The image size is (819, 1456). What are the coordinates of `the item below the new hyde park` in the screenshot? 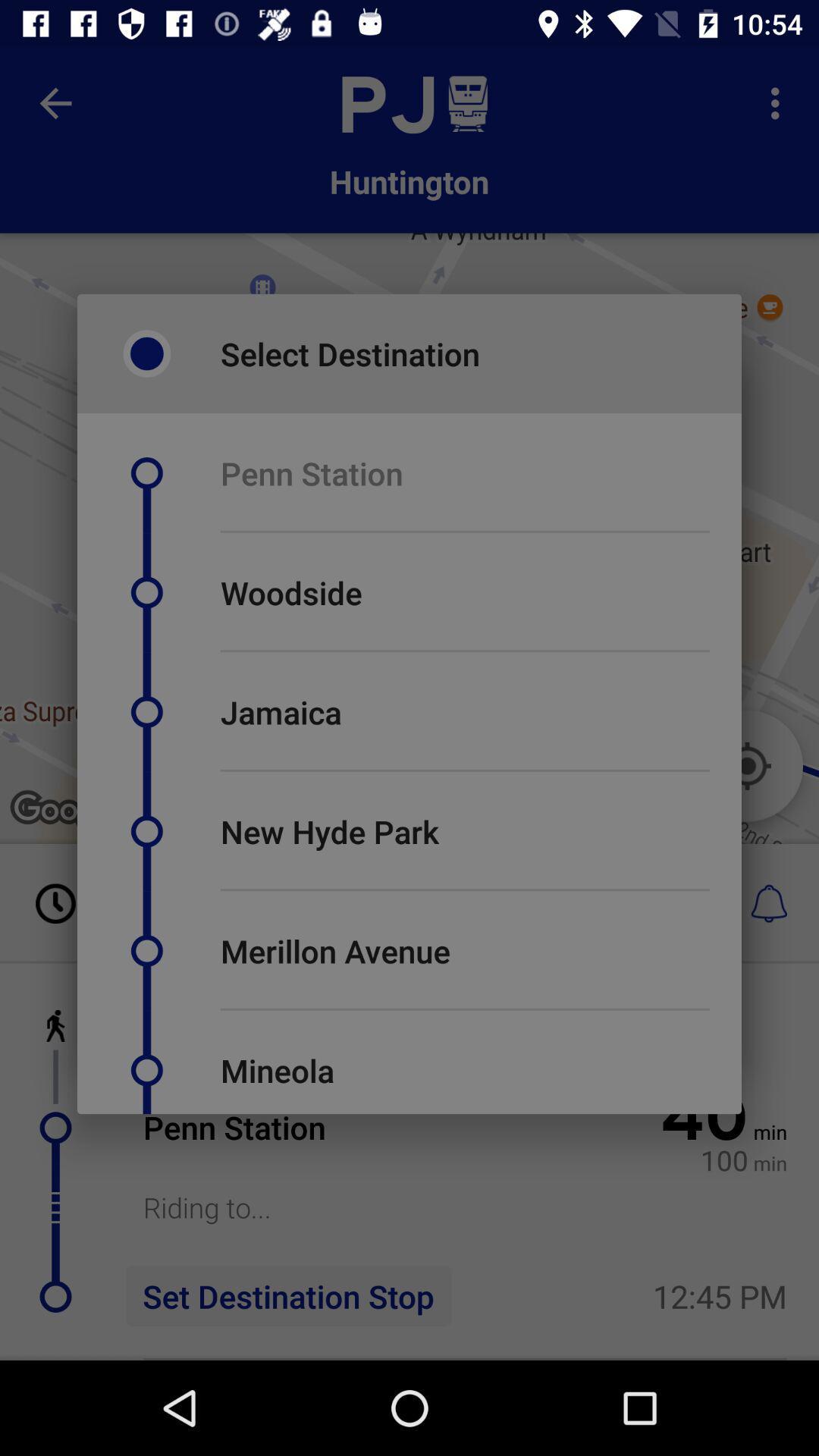 It's located at (464, 890).